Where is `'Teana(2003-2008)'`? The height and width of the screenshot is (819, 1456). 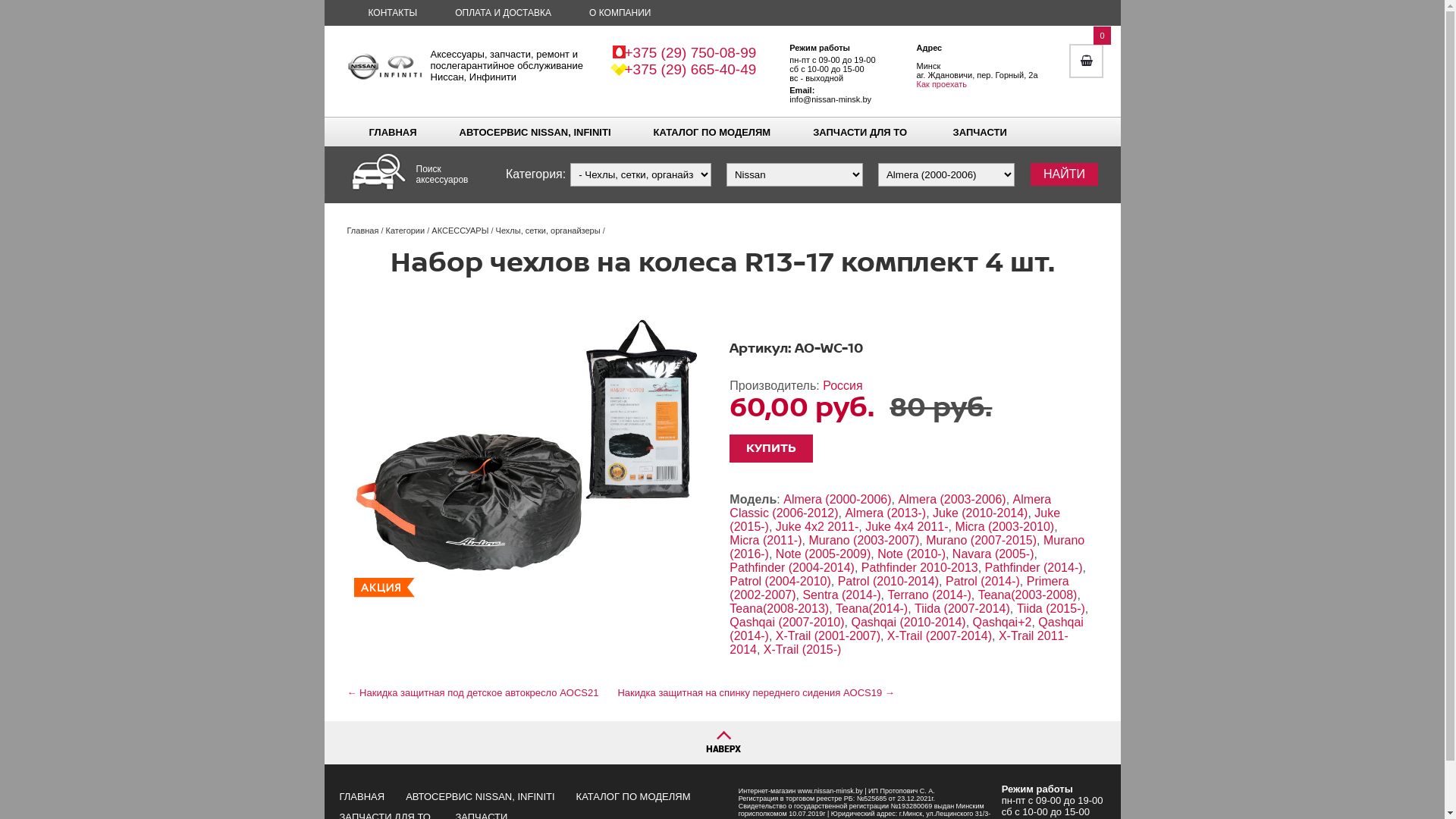 'Teana(2003-2008)' is located at coordinates (1028, 594).